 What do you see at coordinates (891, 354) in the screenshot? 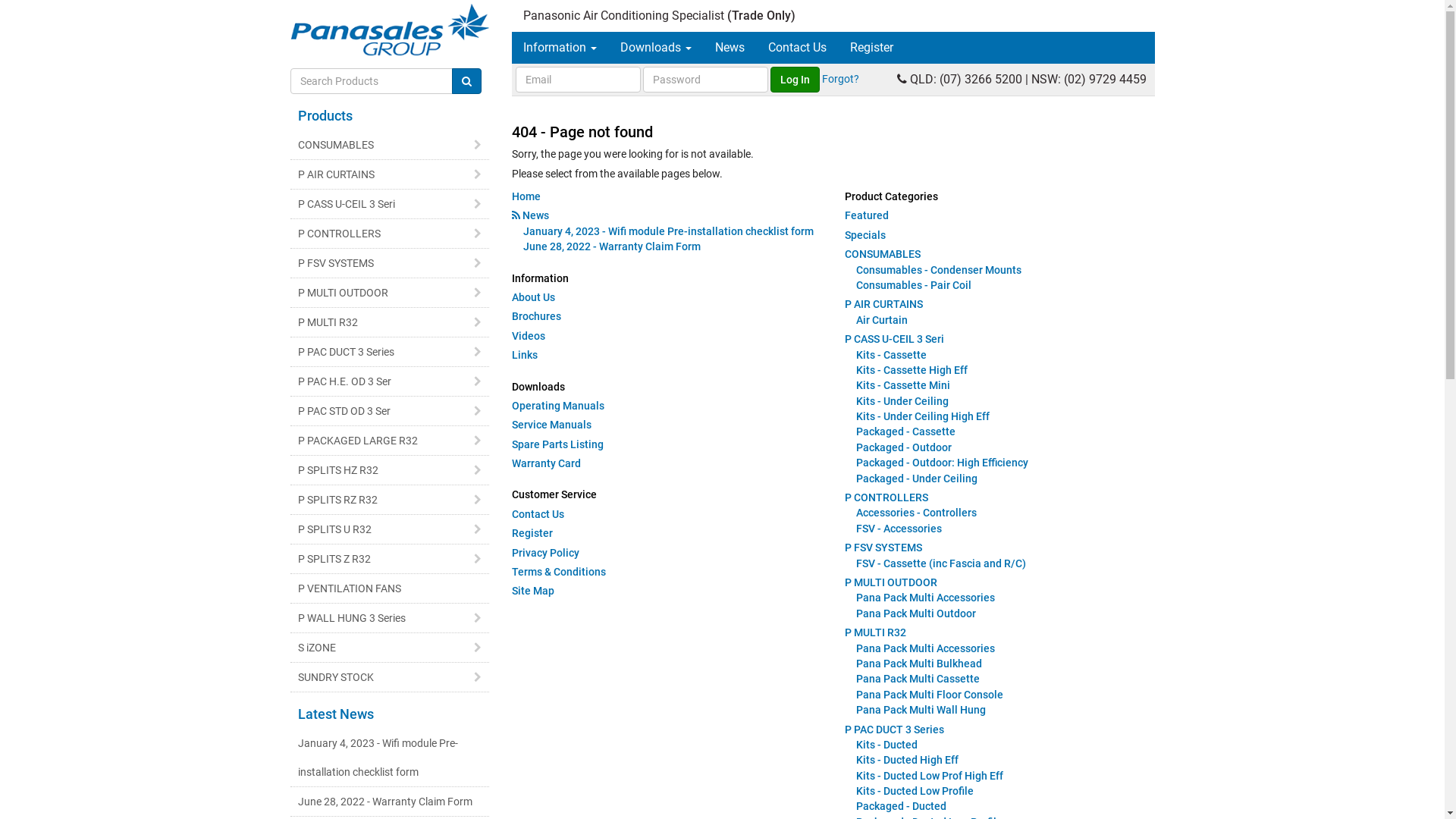
I see `'Kits - Cassette'` at bounding box center [891, 354].